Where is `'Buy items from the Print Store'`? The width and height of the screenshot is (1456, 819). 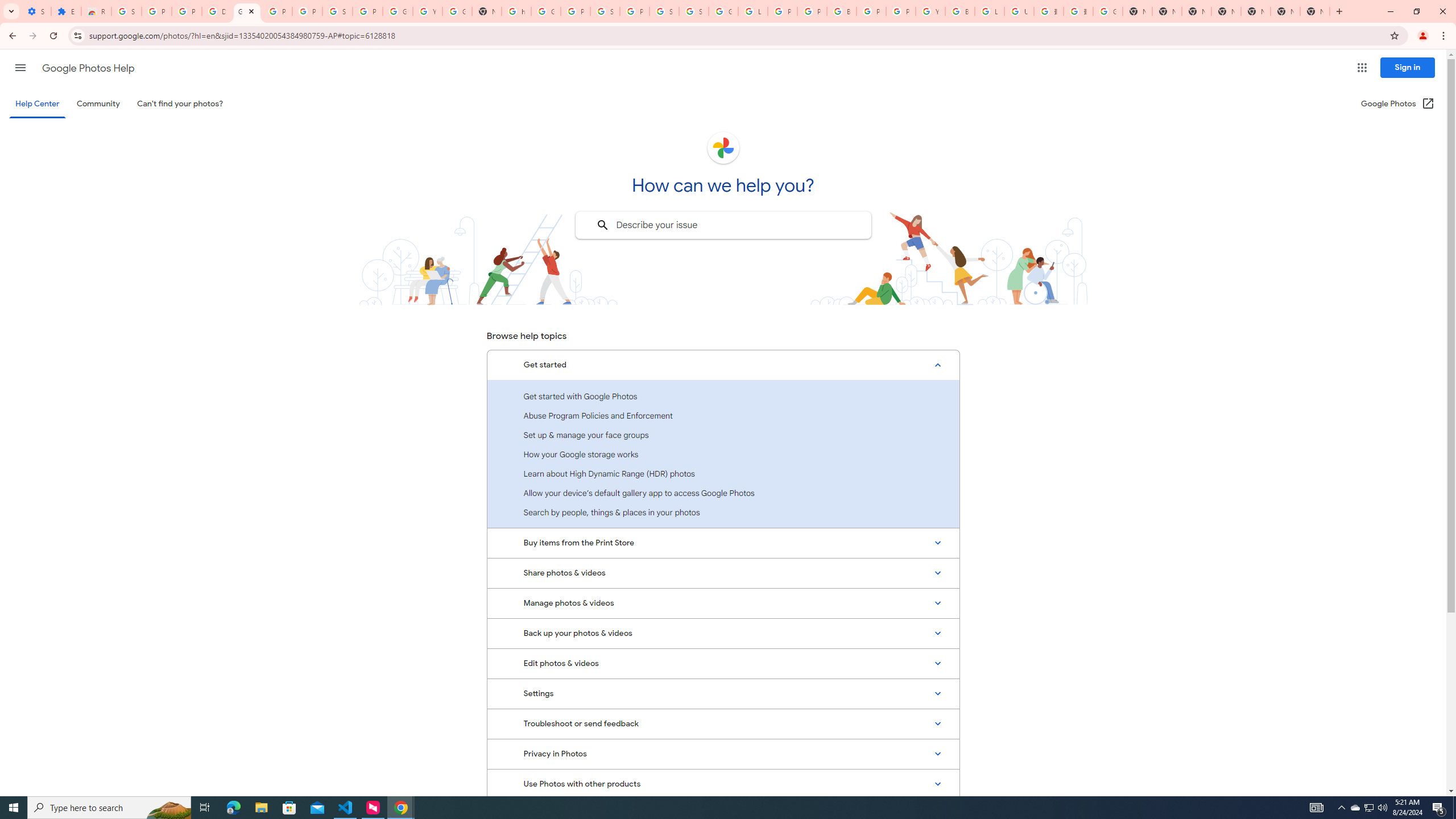 'Buy items from the Print Store' is located at coordinates (723, 542).